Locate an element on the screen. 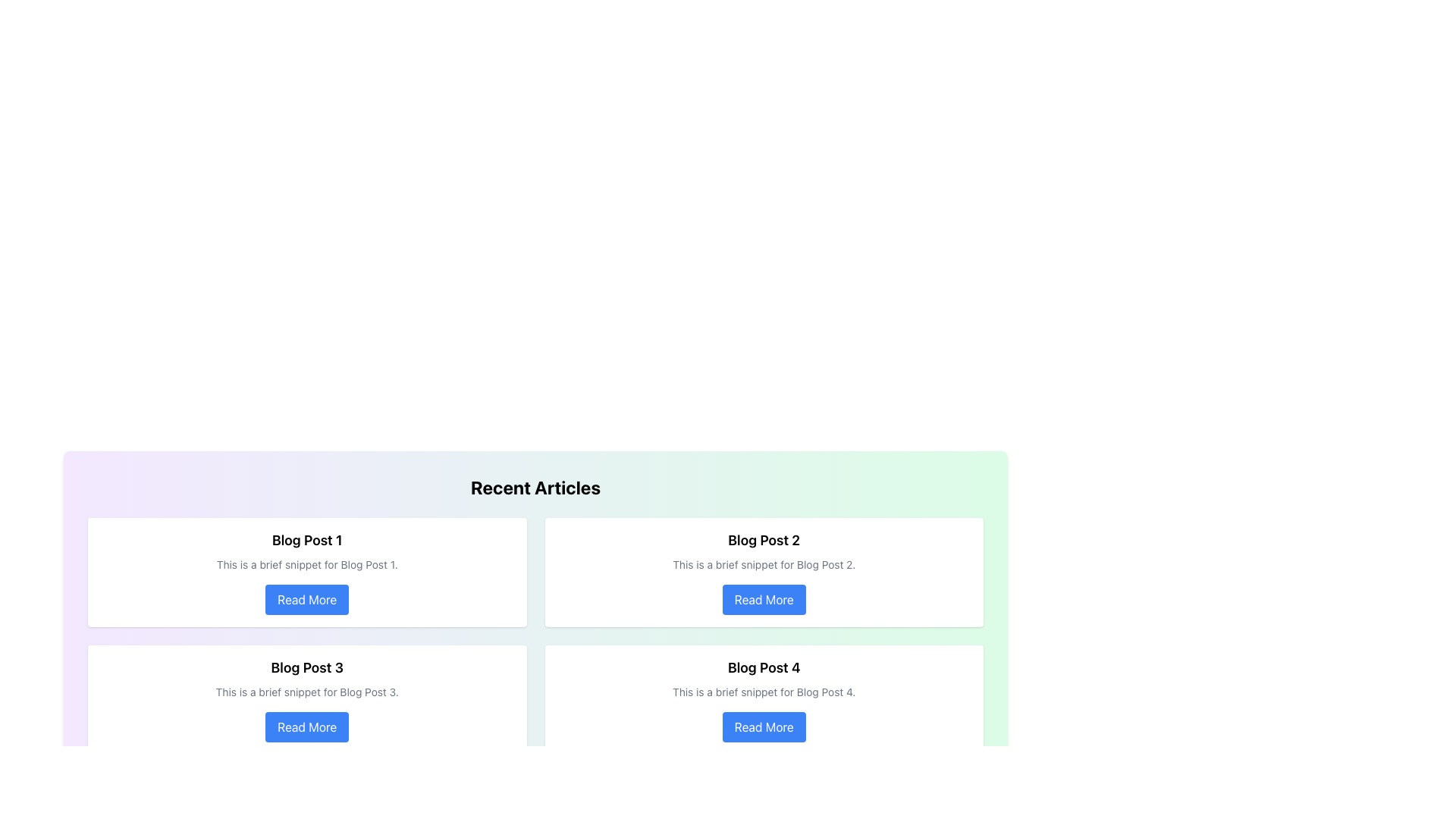 This screenshot has height=819, width=1456. the text label displaying 'Blog Post 3', which is styled prominently with a bold font and is located in the second row, first column of the article grid is located at coordinates (306, 667).